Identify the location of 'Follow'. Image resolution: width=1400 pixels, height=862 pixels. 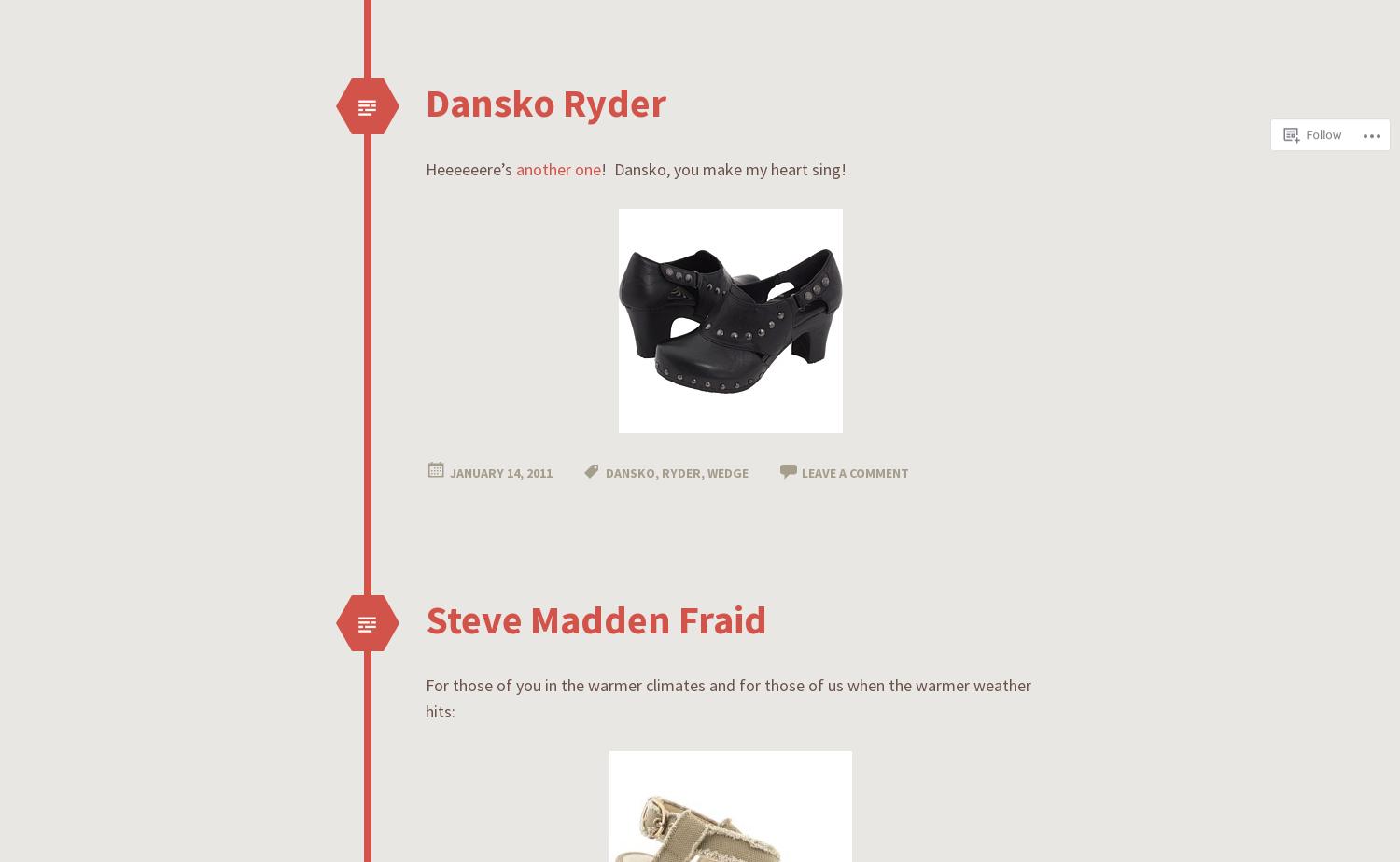
(1323, 45).